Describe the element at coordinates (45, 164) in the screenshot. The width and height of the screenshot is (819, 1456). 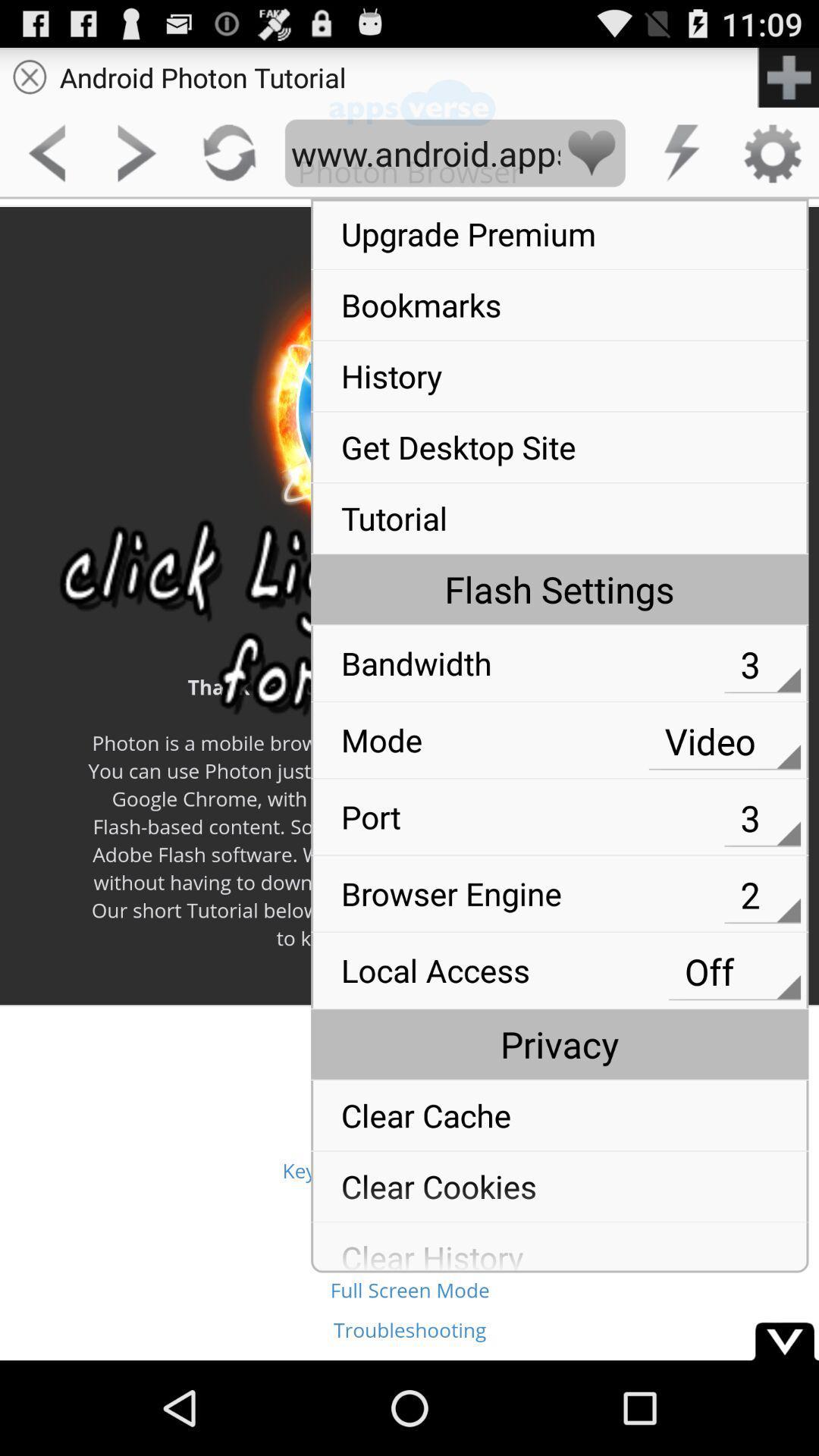
I see `the arrow_backward icon` at that location.